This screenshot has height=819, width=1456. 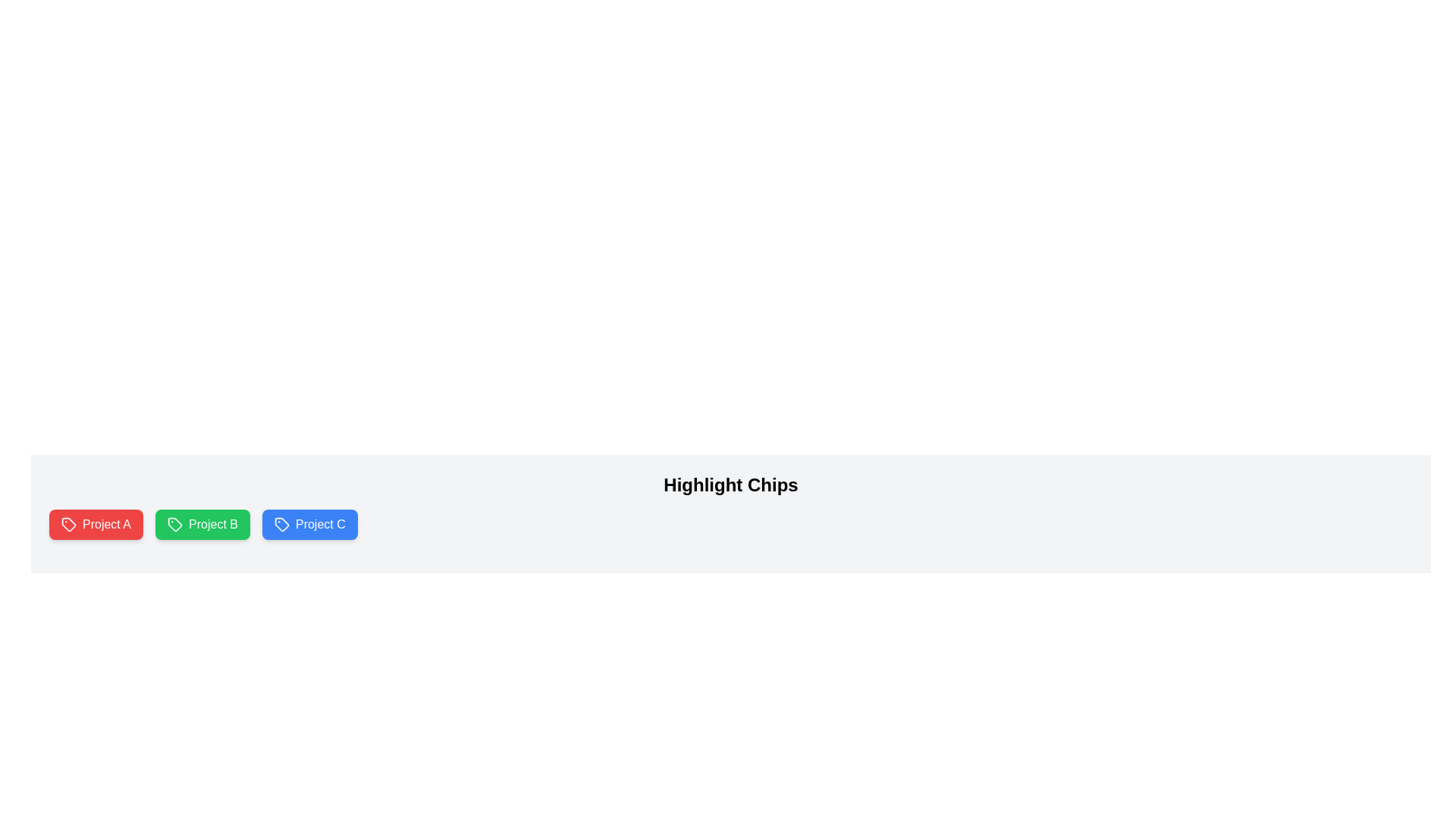 What do you see at coordinates (95, 523) in the screenshot?
I see `the chip labeled Project A` at bounding box center [95, 523].